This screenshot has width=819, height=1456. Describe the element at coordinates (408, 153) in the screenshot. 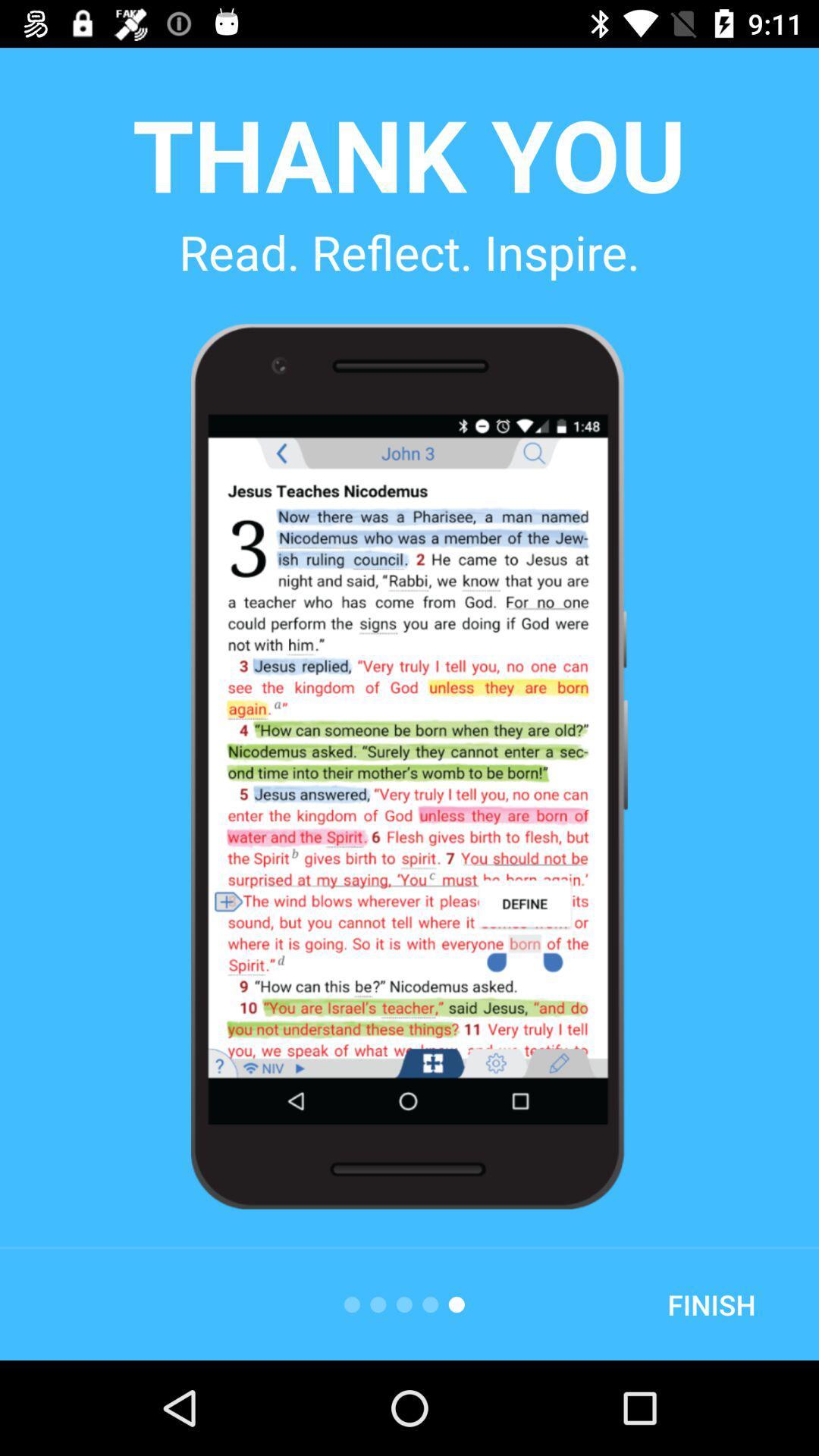

I see `thank you` at that location.